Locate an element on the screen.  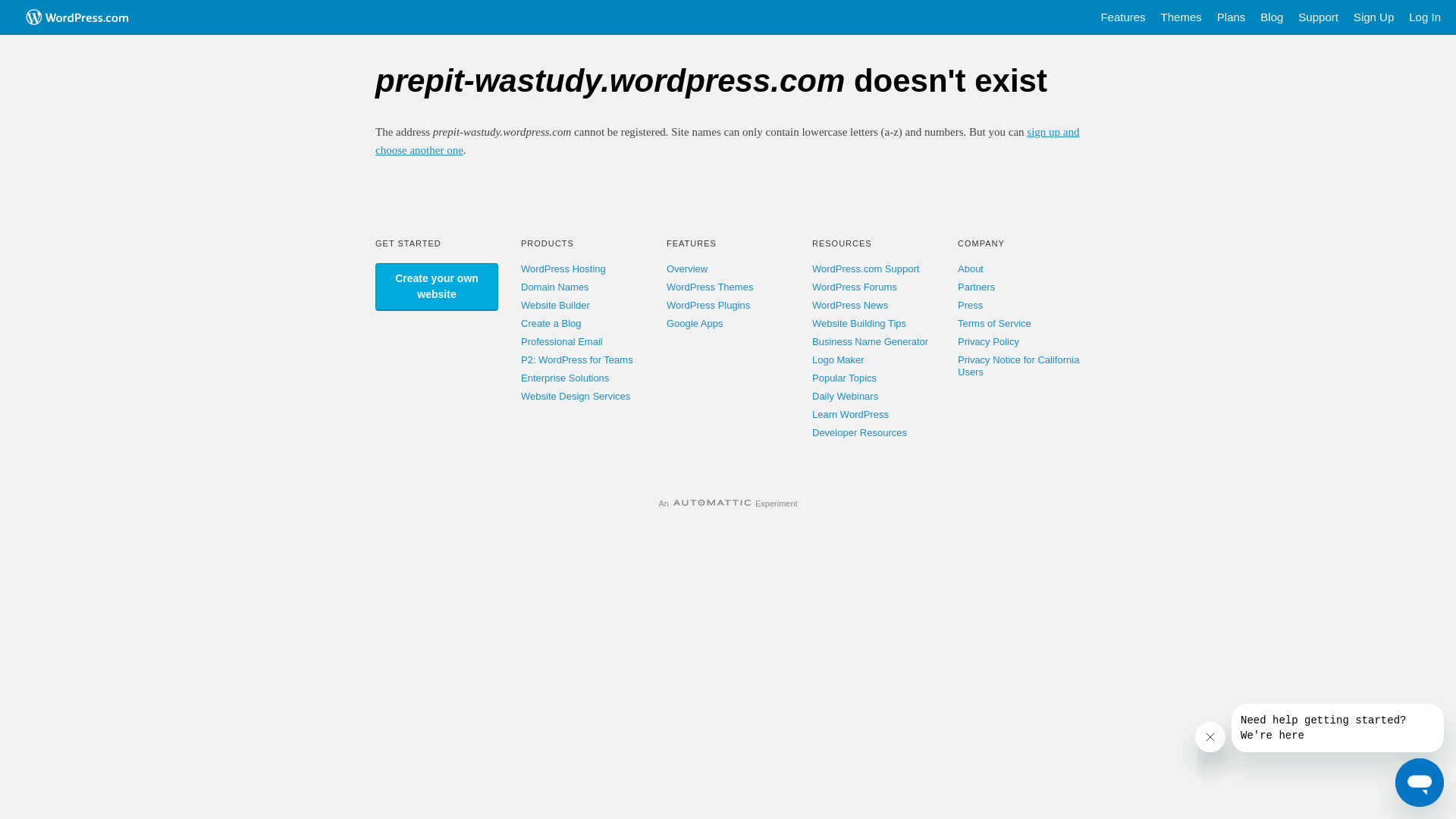
'Partners' is located at coordinates (976, 287).